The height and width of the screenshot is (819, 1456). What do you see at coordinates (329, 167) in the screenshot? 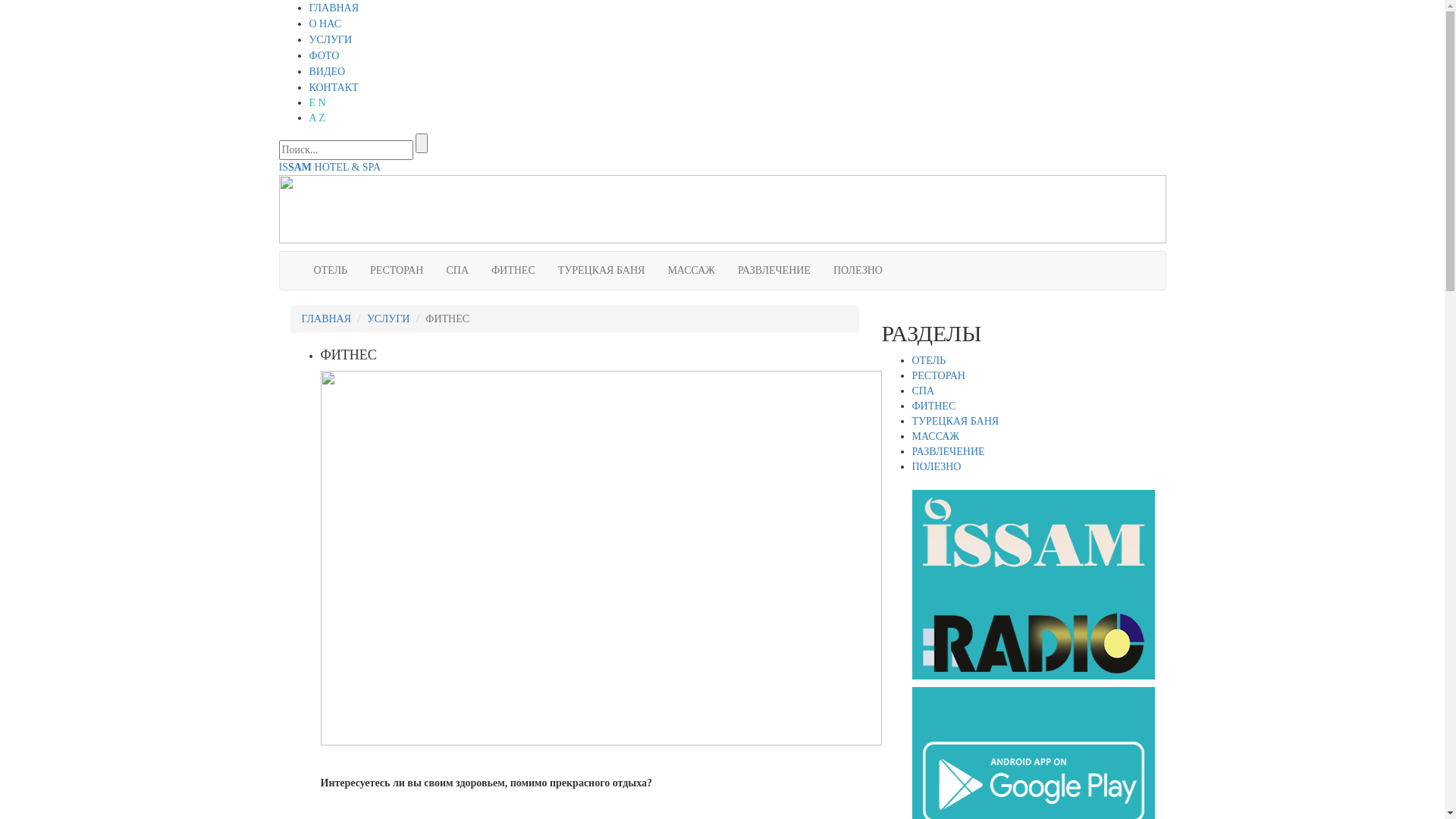
I see `'ISSAM HOTEL & SPA'` at bounding box center [329, 167].